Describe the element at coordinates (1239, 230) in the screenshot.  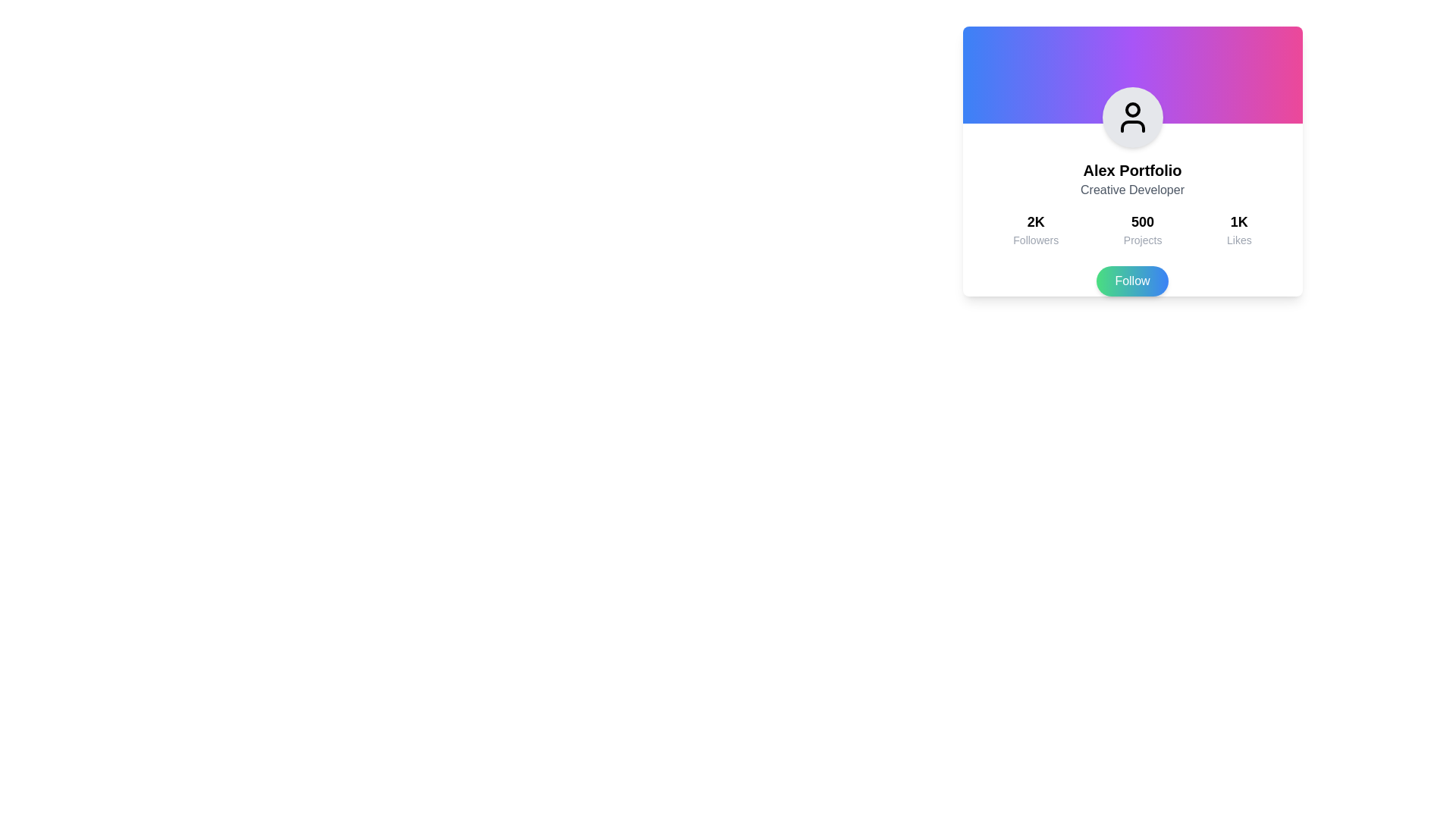
I see `the likes count text display, which is the rightmost item in the statistics row of the user profile card, following '500 Projects' and '2K Followers'` at that location.